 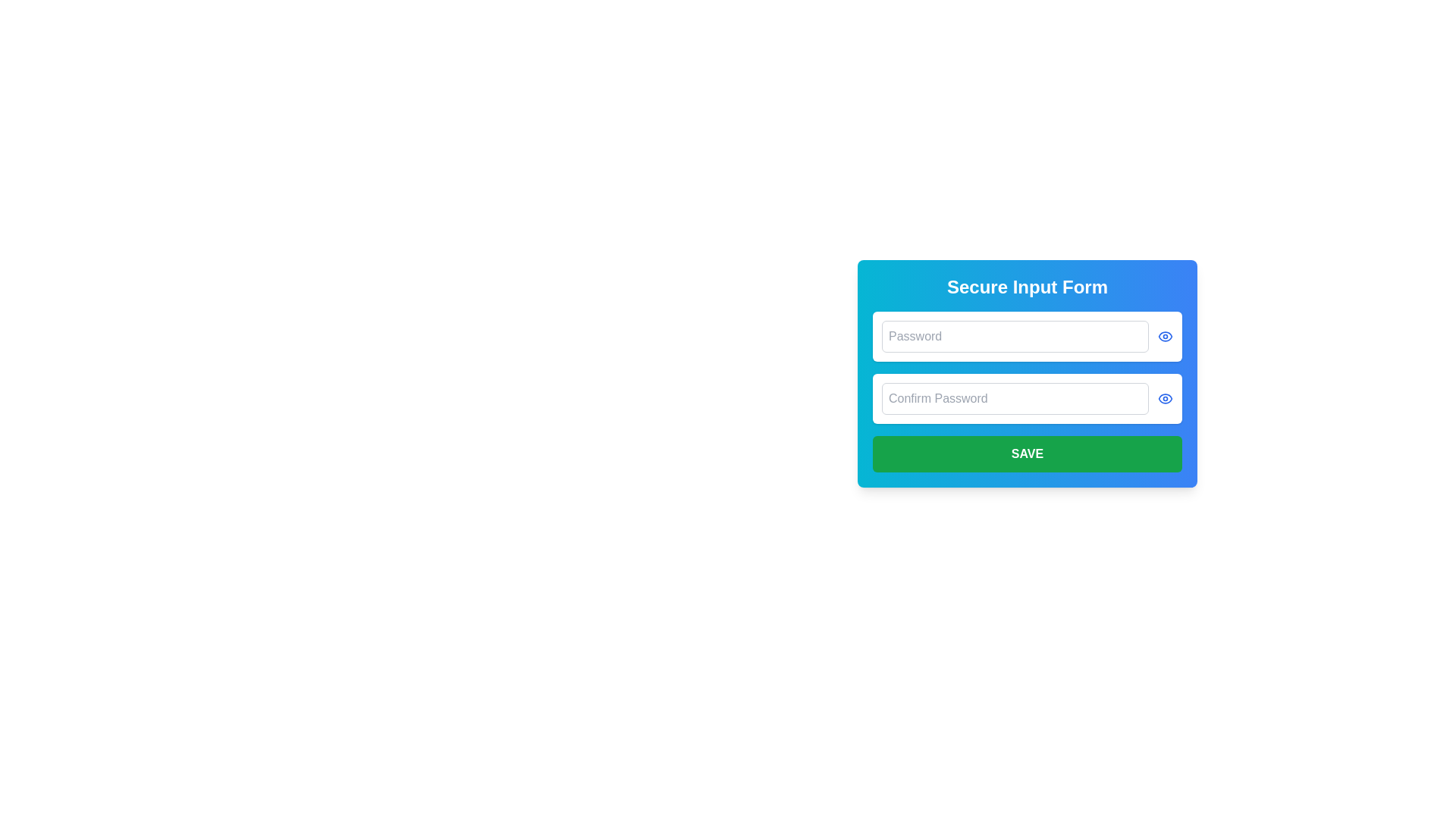 What do you see at coordinates (1164, 397) in the screenshot?
I see `the small blue eye icon button located to the right of the 'Confirm Password' input field` at bounding box center [1164, 397].